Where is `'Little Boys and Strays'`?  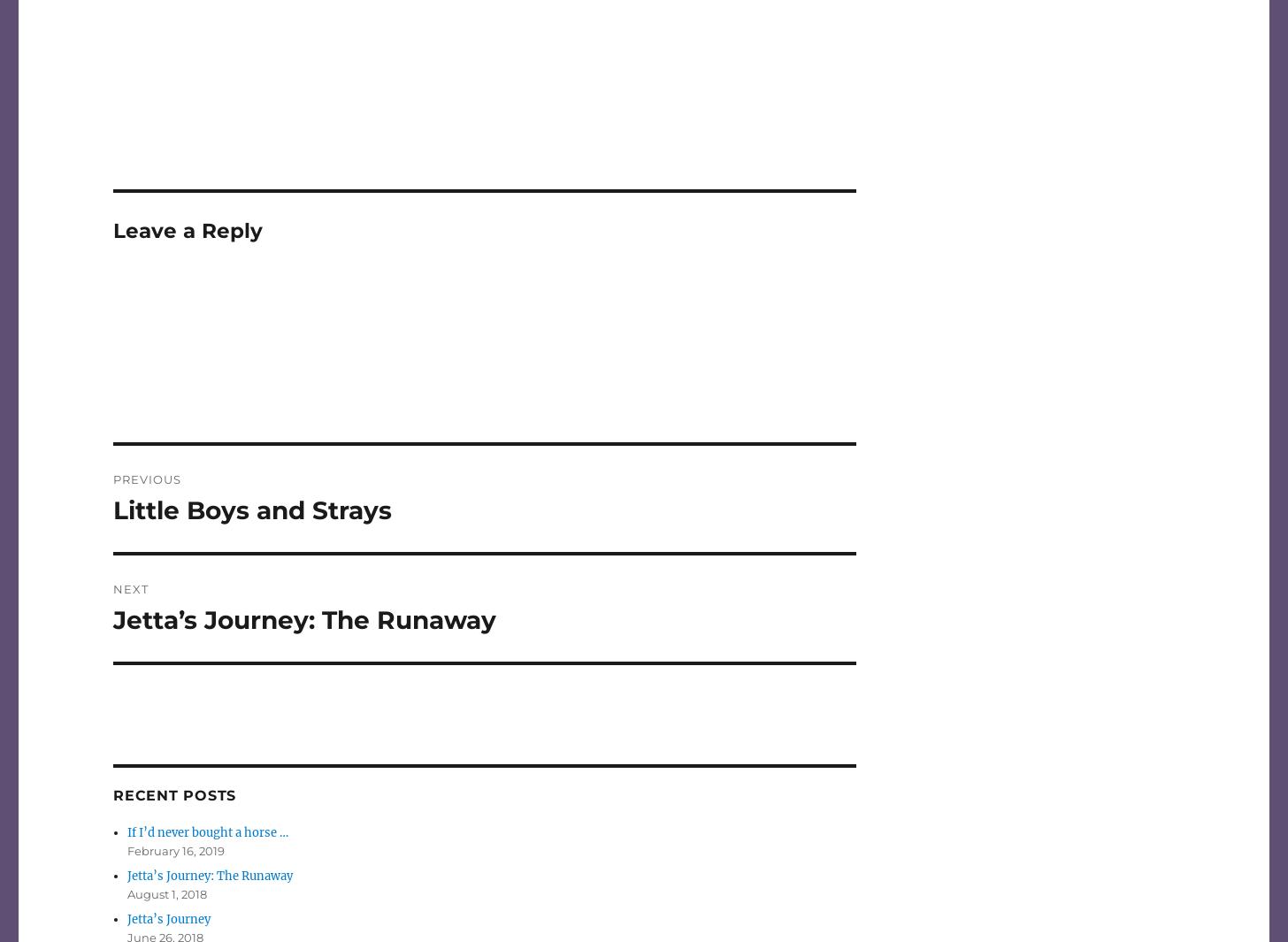 'Little Boys and Strays' is located at coordinates (252, 510).